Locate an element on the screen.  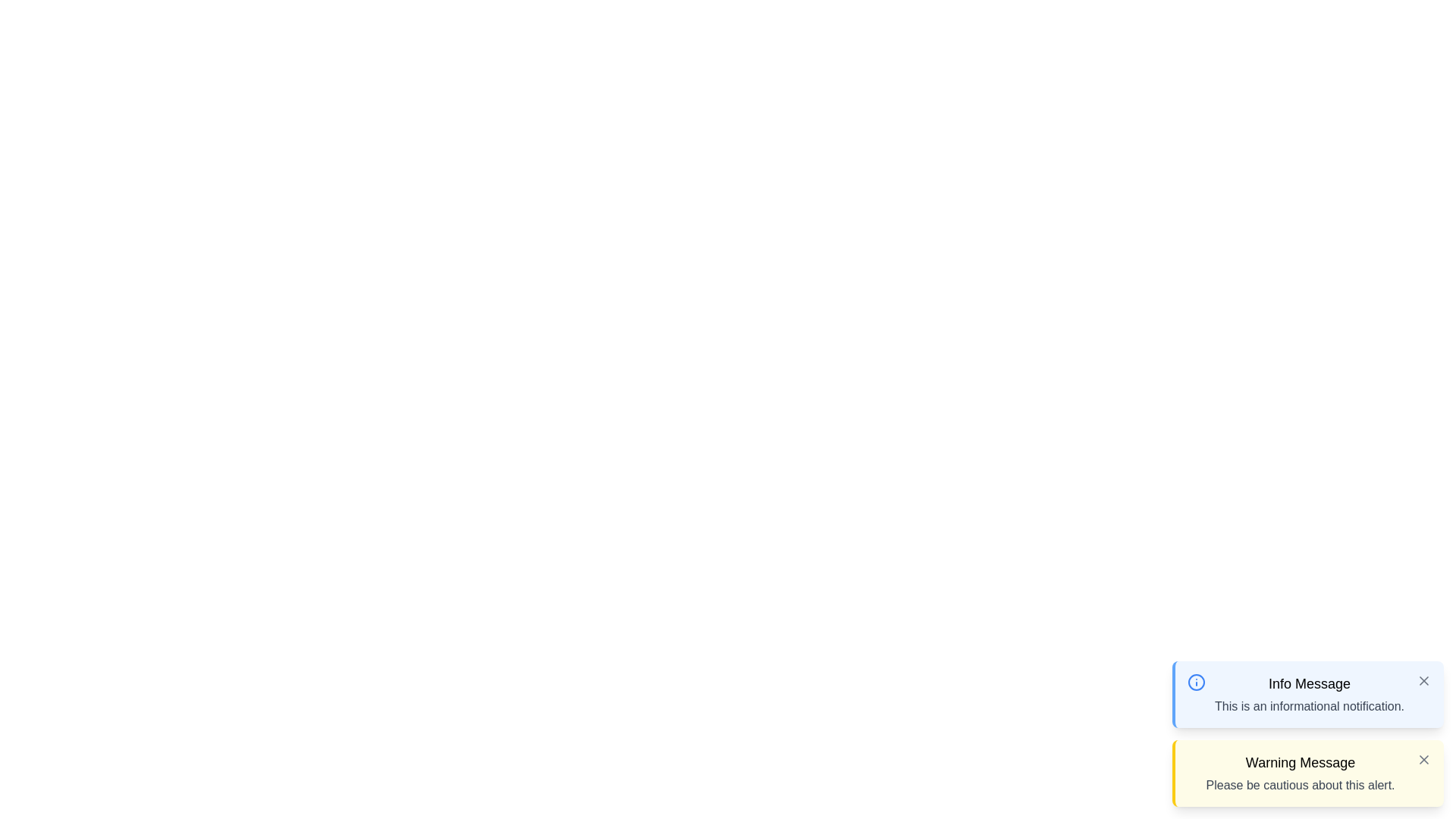
informational text string that states 'This is an informational notification.' located within the blue-framed information card below 'Info Message' is located at coordinates (1309, 707).